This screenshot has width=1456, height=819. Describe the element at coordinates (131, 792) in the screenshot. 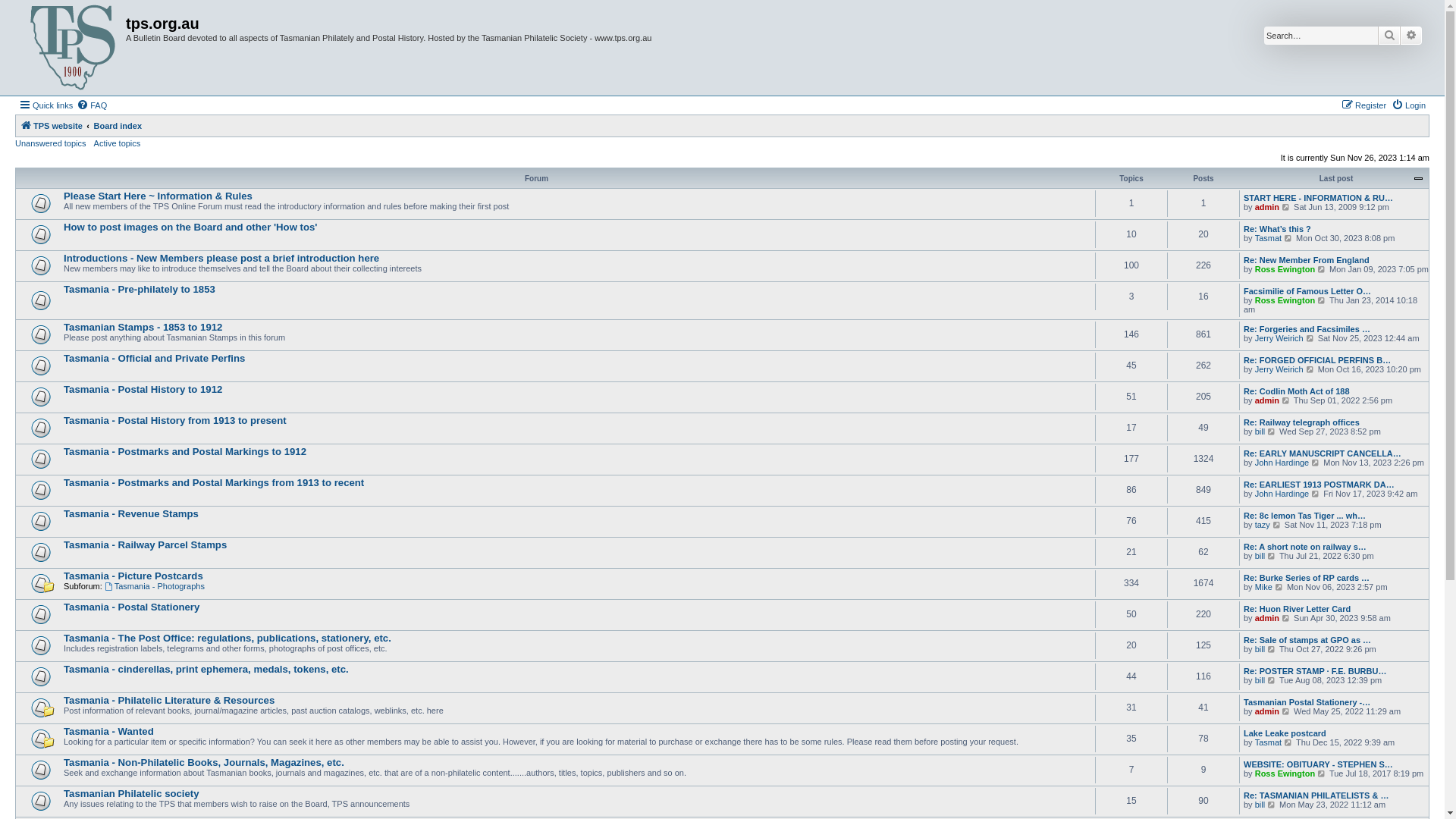

I see `'Tasmanian Philatelic society'` at that location.